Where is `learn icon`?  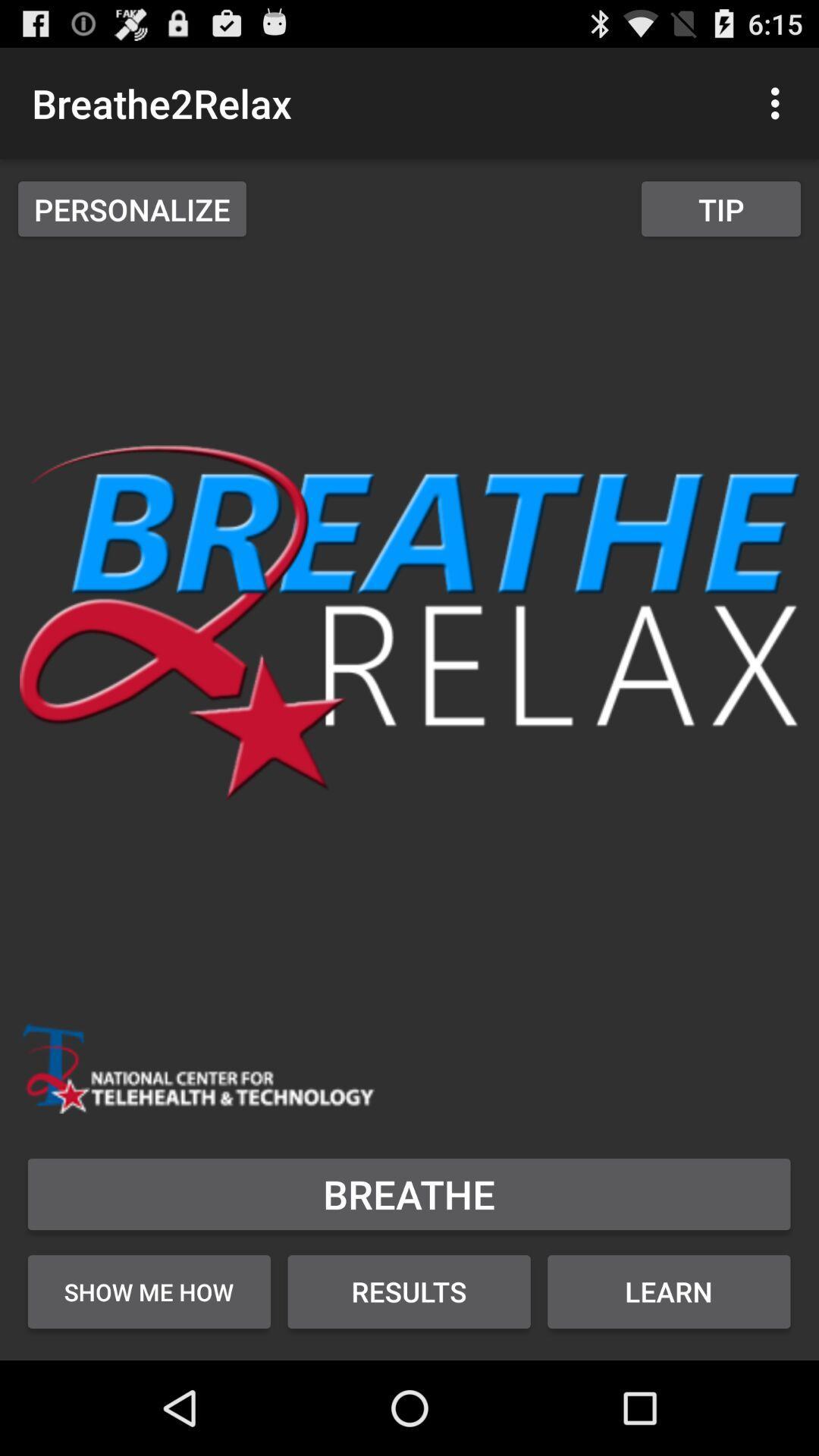
learn icon is located at coordinates (668, 1291).